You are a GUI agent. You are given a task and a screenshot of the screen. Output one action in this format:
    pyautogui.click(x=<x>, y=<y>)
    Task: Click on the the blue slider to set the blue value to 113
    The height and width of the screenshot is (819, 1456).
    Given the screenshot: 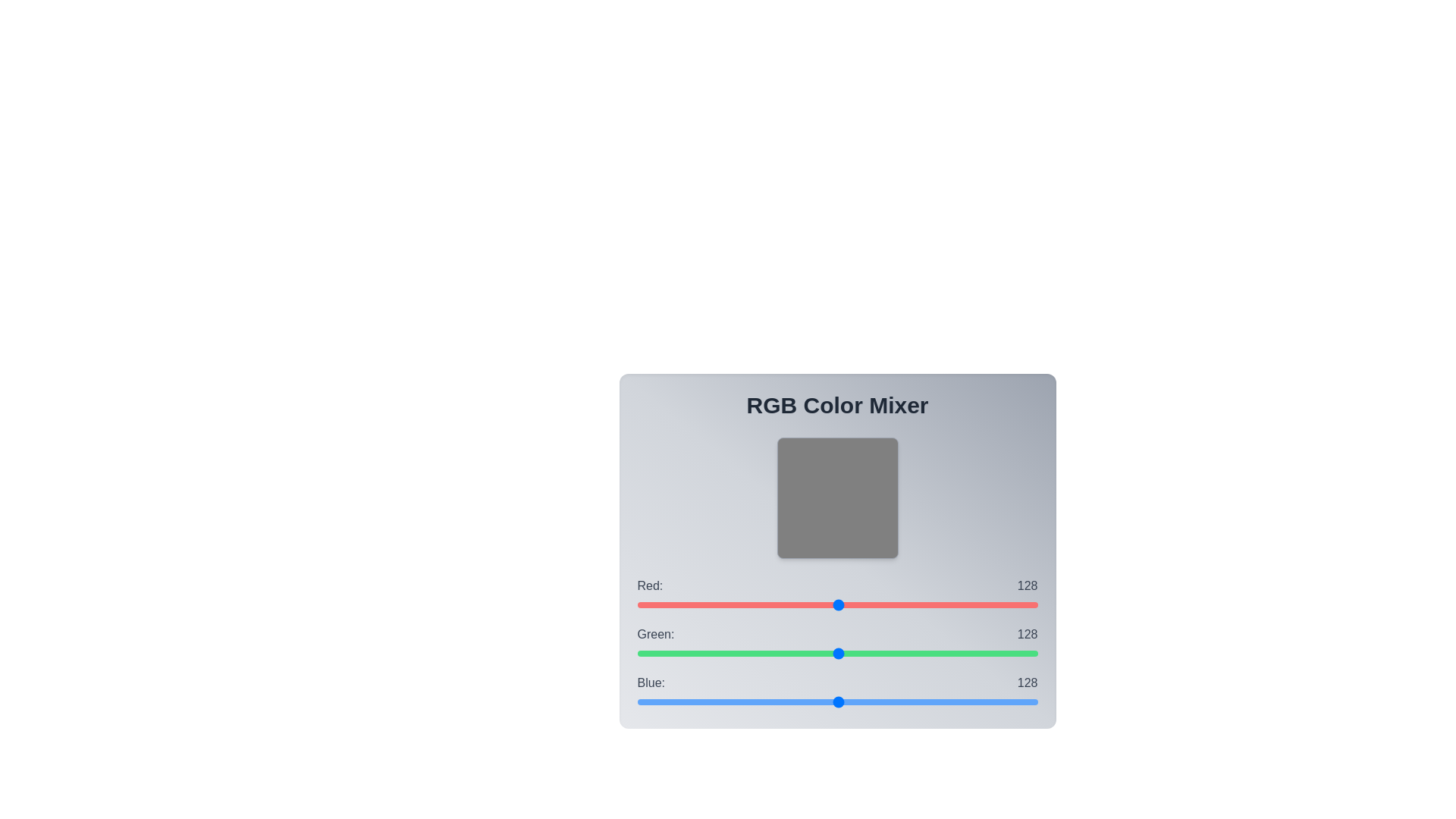 What is the action you would take?
    pyautogui.click(x=814, y=701)
    